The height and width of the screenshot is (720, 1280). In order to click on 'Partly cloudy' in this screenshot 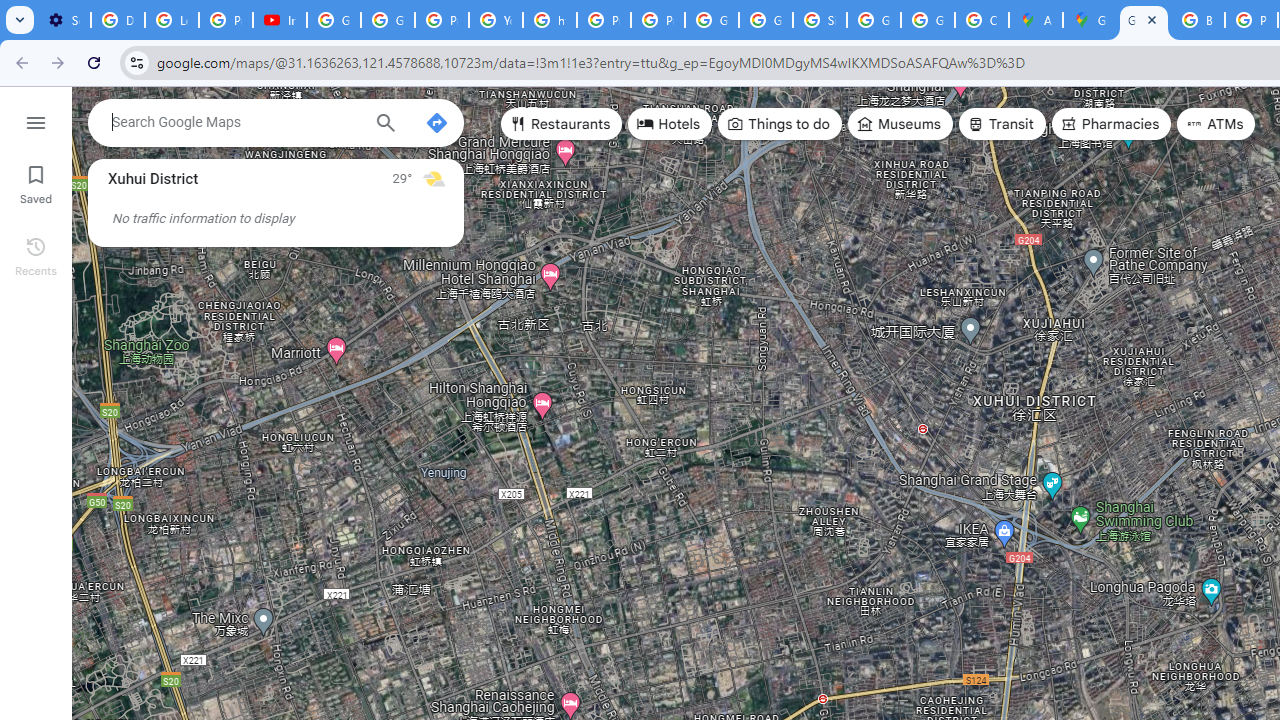, I will do `click(432, 177)`.